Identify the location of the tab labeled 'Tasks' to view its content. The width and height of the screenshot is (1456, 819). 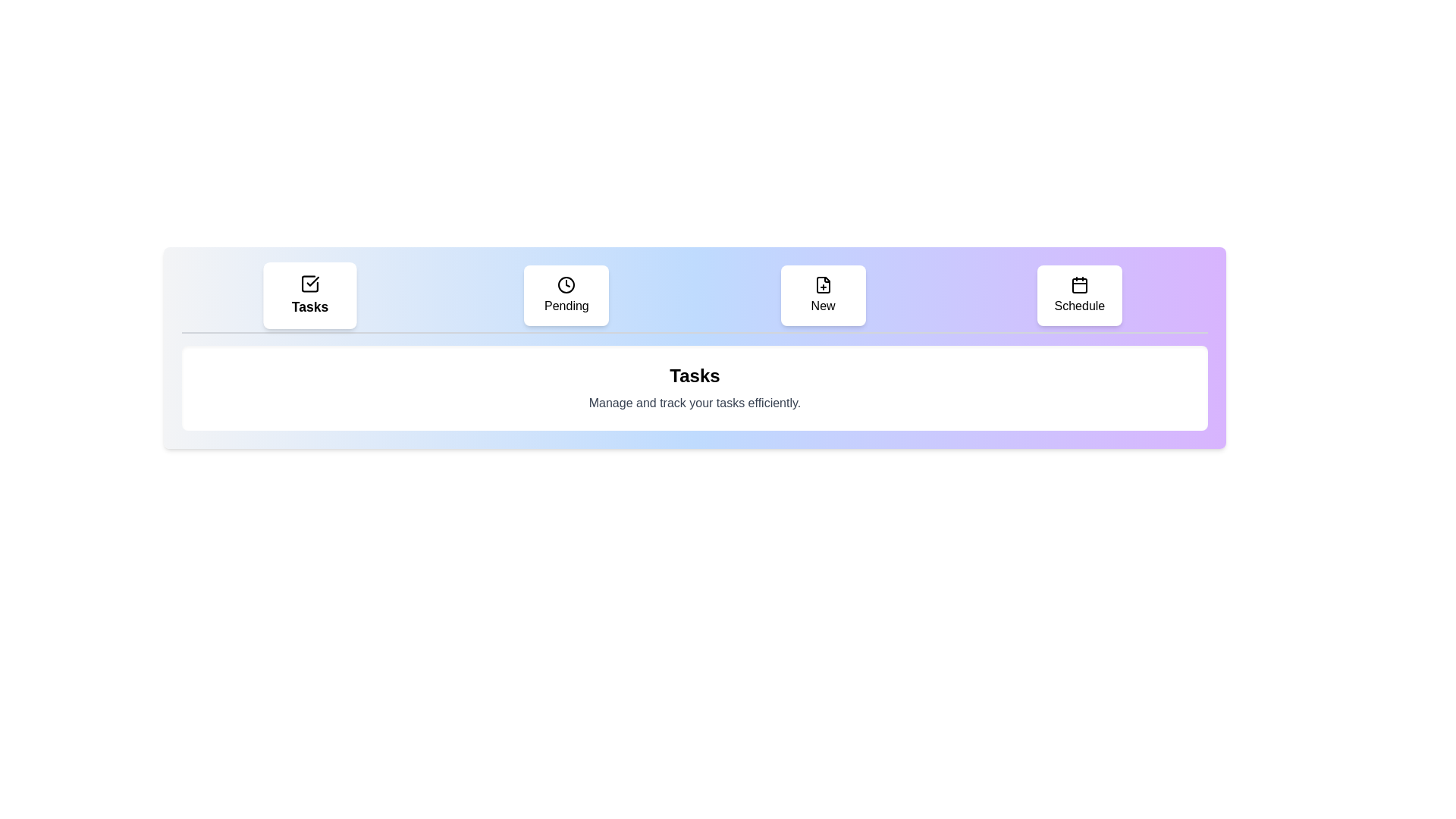
(309, 295).